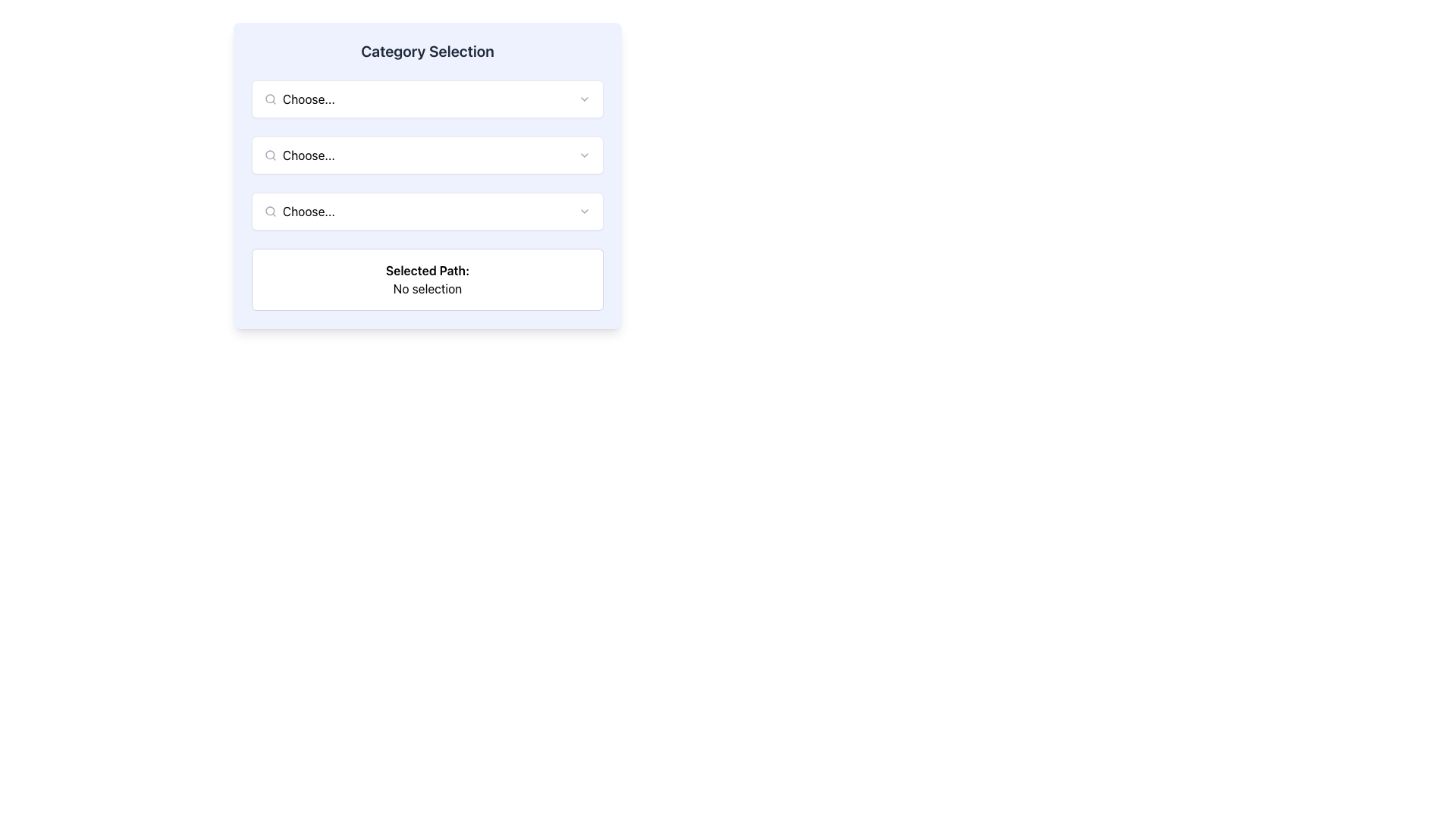 The image size is (1456, 819). Describe the element at coordinates (270, 155) in the screenshot. I see `the search icon represented by the Circle element within the 'Category Selection' section of the dropdown field` at that location.